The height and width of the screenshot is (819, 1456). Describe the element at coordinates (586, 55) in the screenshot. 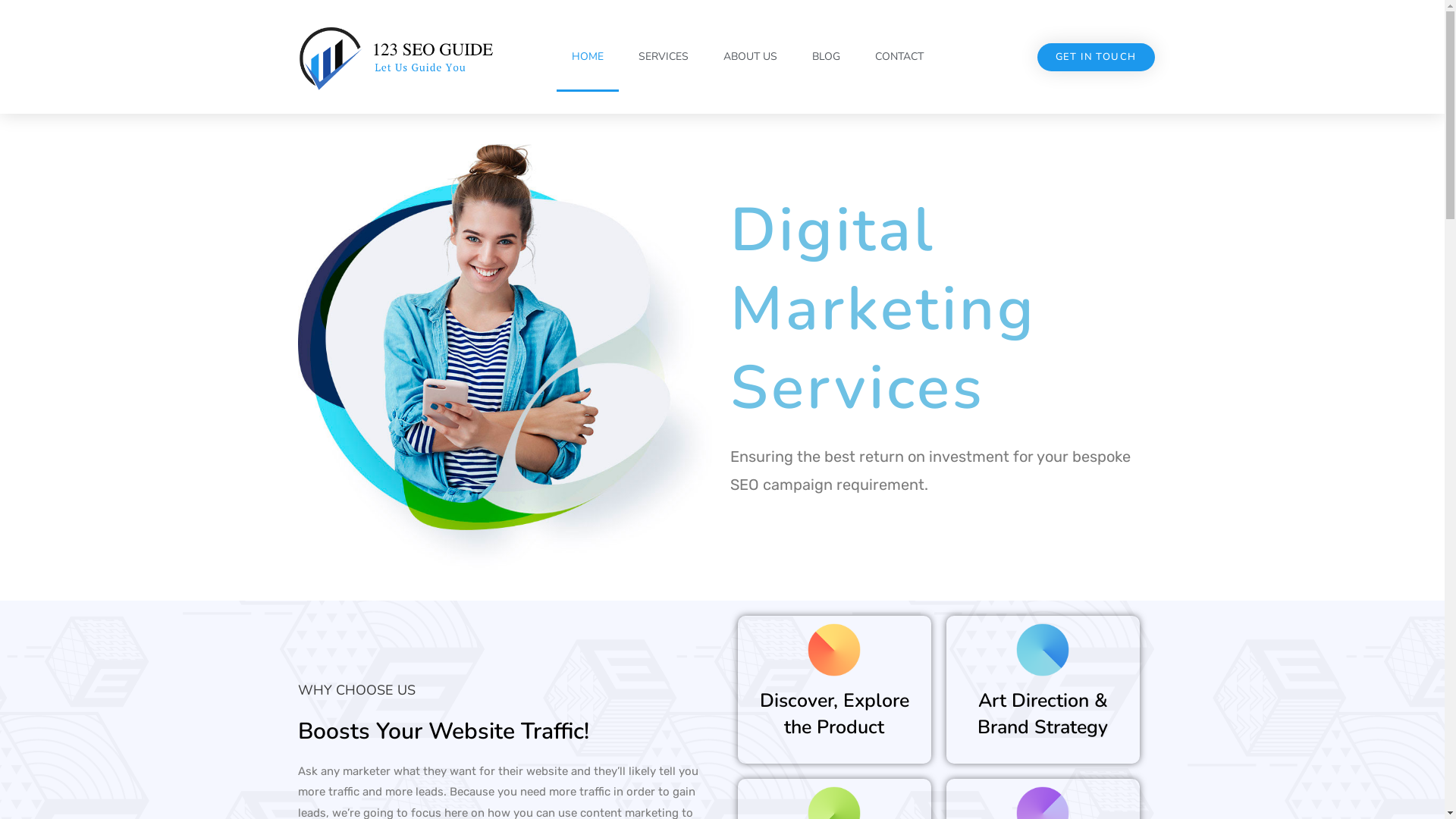

I see `'HOME'` at that location.